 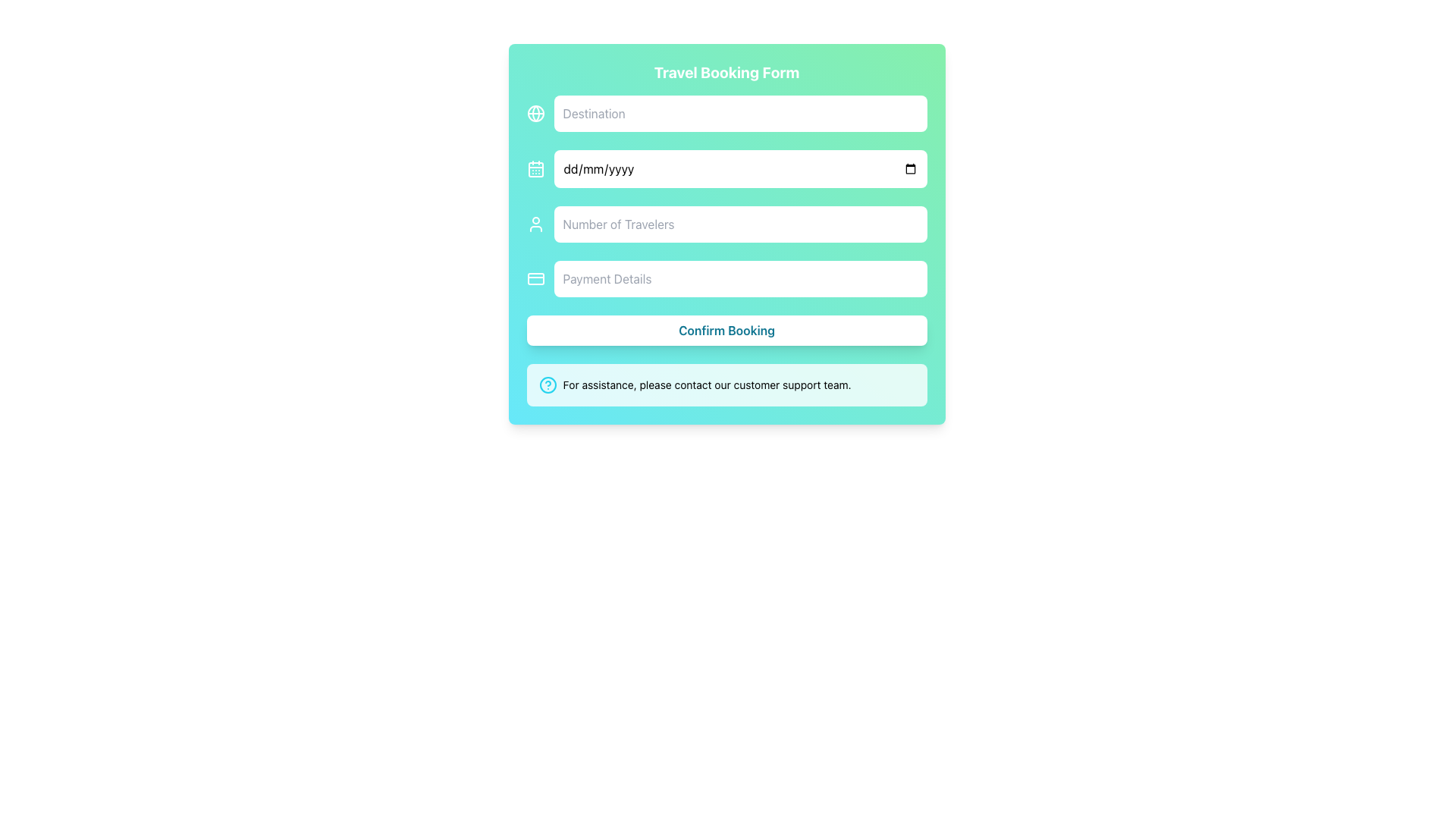 I want to click on the text element stating 'For assistance, please contact our customer support team.' which is styled in a small sans-serif font and positioned at the bottom of the form layout, adjacent to a help-related icon, so click(x=706, y=384).